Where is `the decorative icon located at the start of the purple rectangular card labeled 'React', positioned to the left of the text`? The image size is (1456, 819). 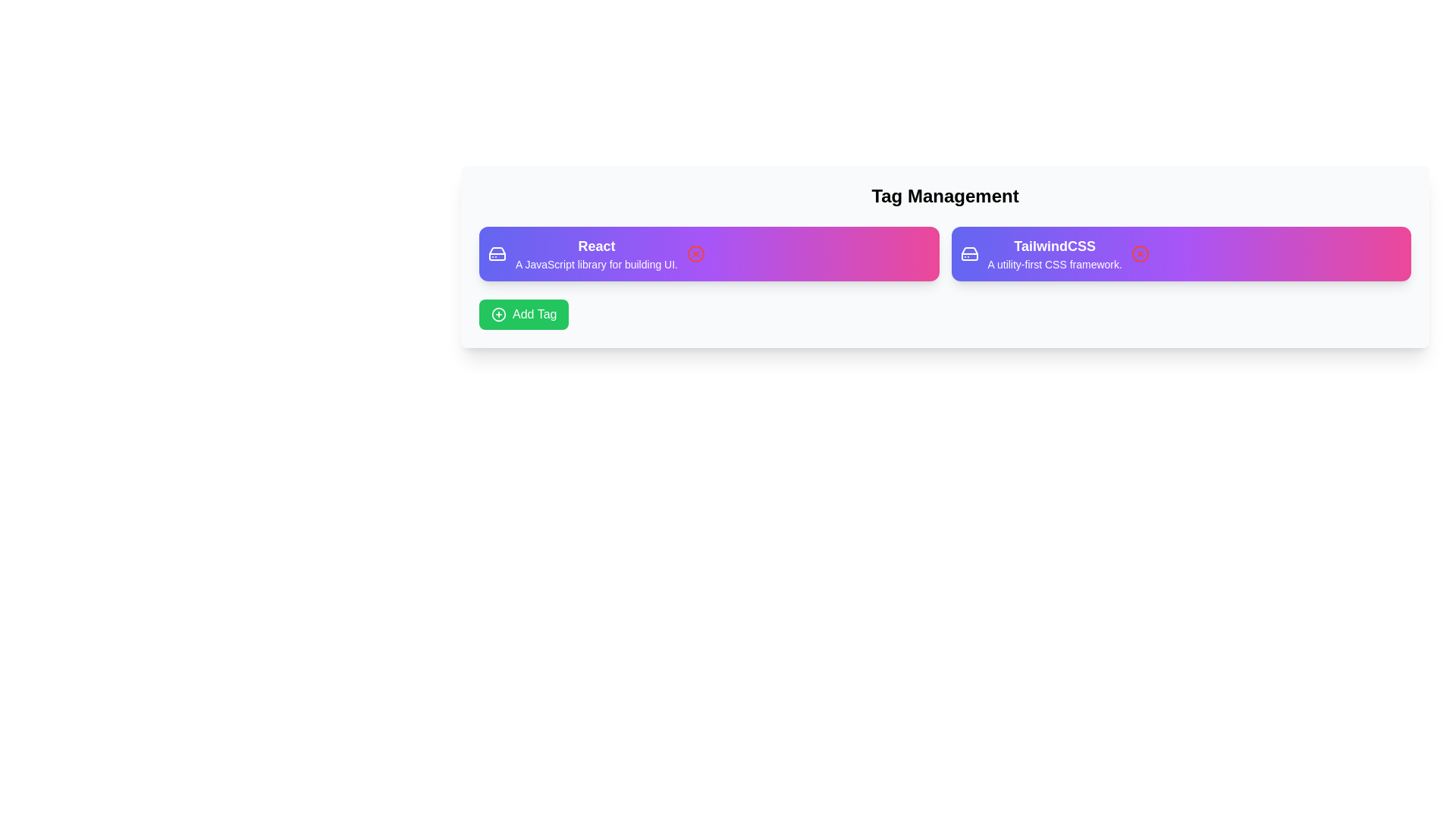
the decorative icon located at the start of the purple rectangular card labeled 'React', positioned to the left of the text is located at coordinates (497, 253).